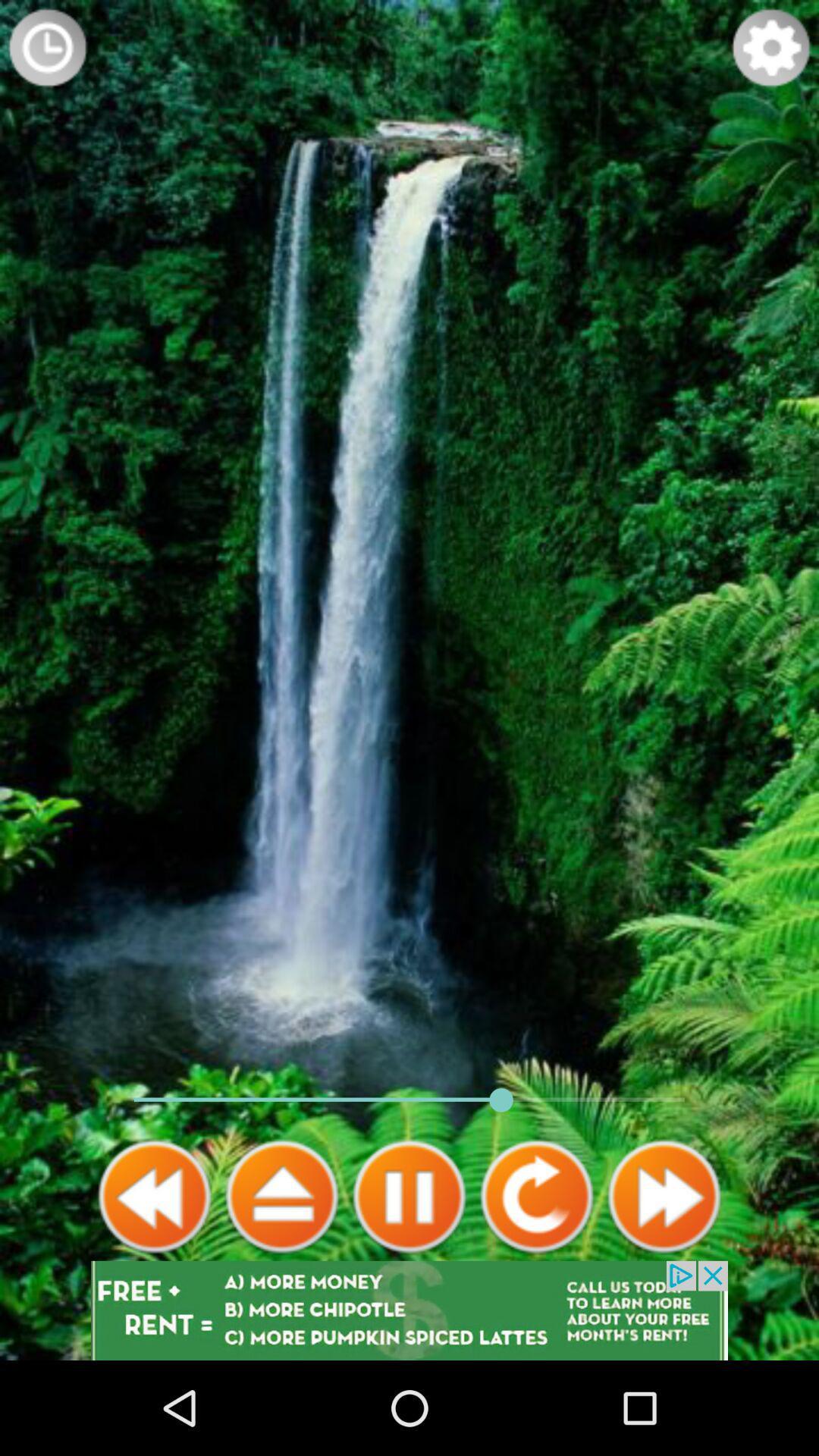 This screenshot has width=819, height=1456. I want to click on previous, so click(155, 1196).